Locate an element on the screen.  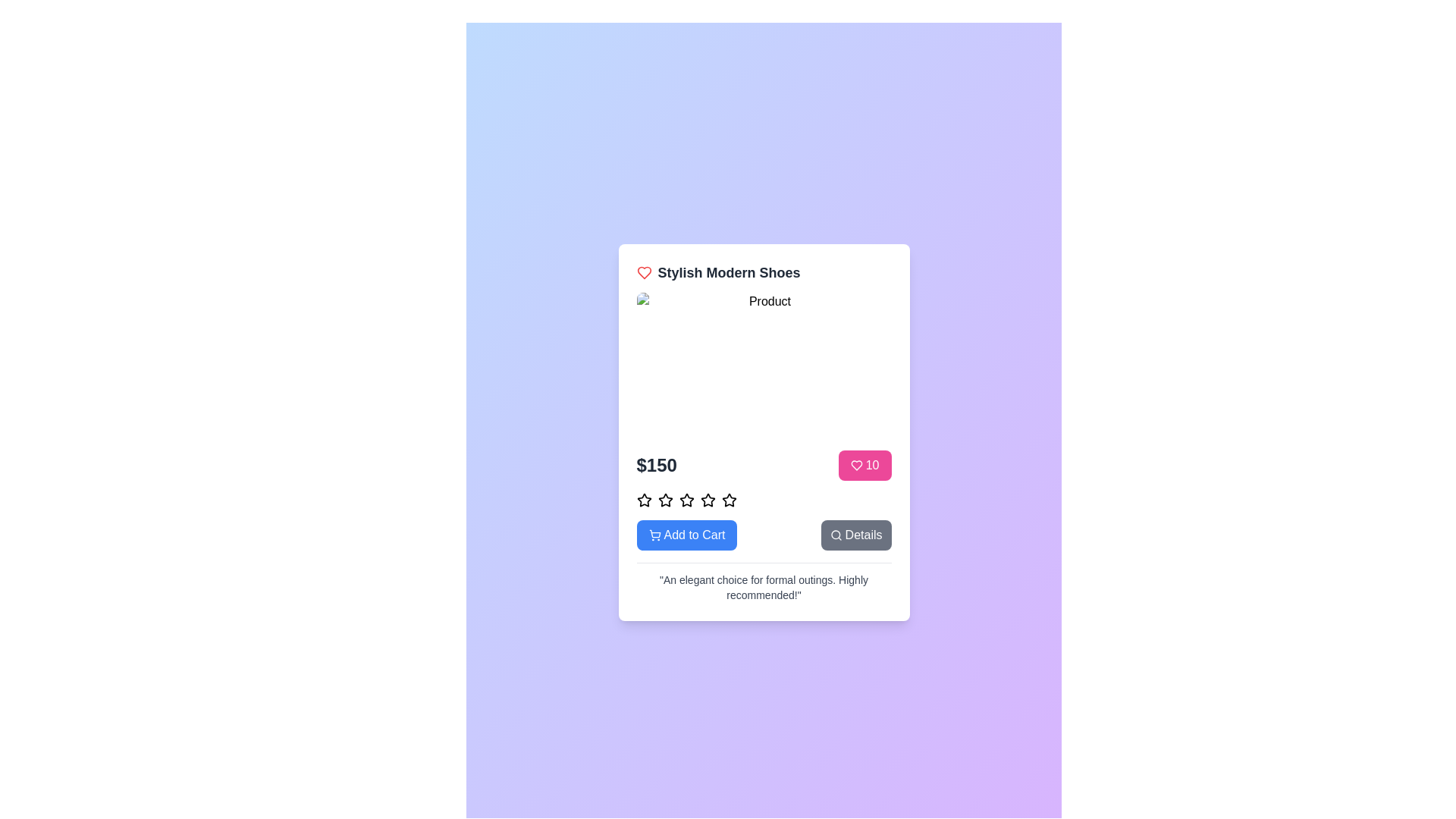
descriptive review or testimonial text located at the bottom of the card component, directly beneath the blue 'Add to Cart' button and the gray 'Details' button is located at coordinates (764, 586).